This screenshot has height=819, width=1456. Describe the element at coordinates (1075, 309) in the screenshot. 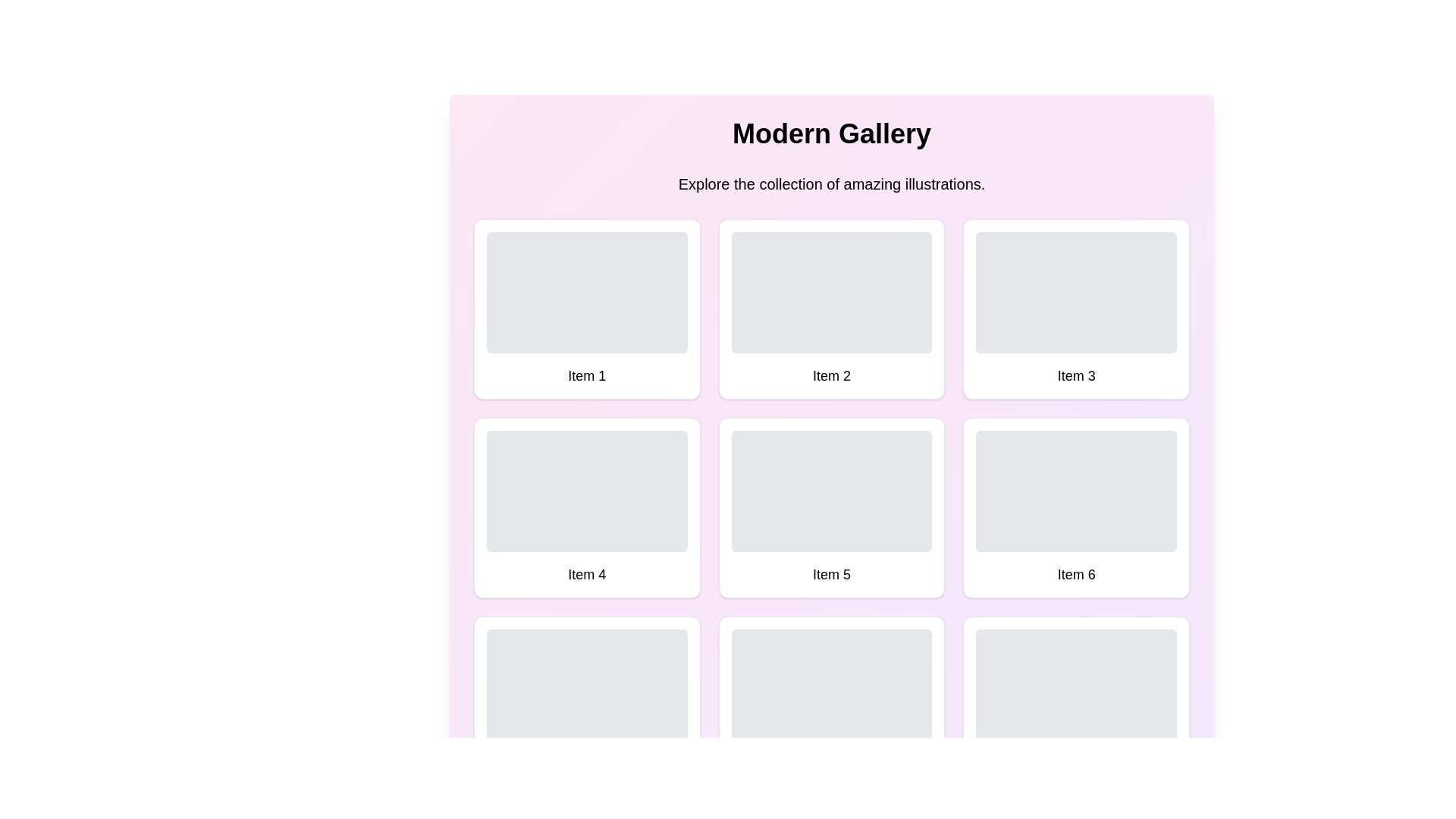

I see `the card component representing 'Item 3' in the third column of the first row in the grid layout` at that location.